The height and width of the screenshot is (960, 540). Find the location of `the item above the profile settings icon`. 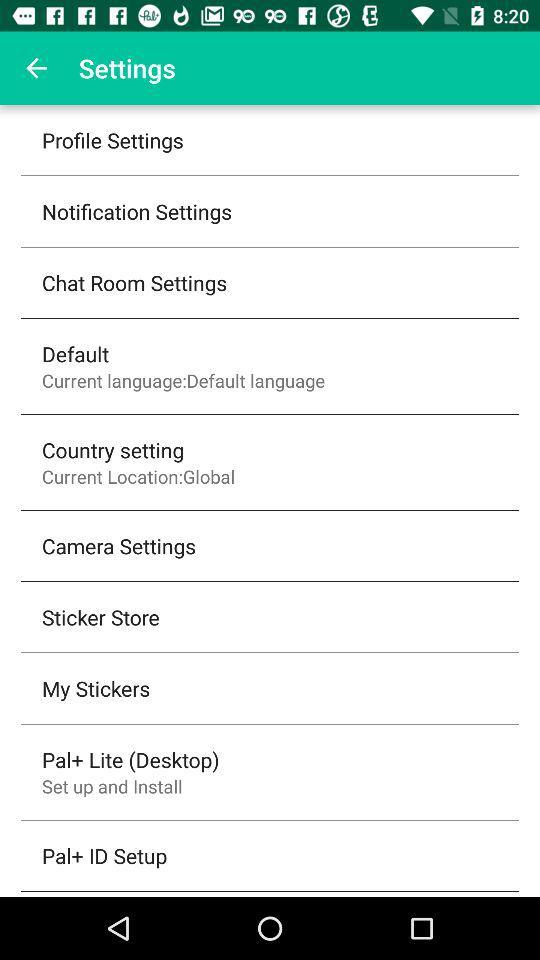

the item above the profile settings icon is located at coordinates (36, 68).